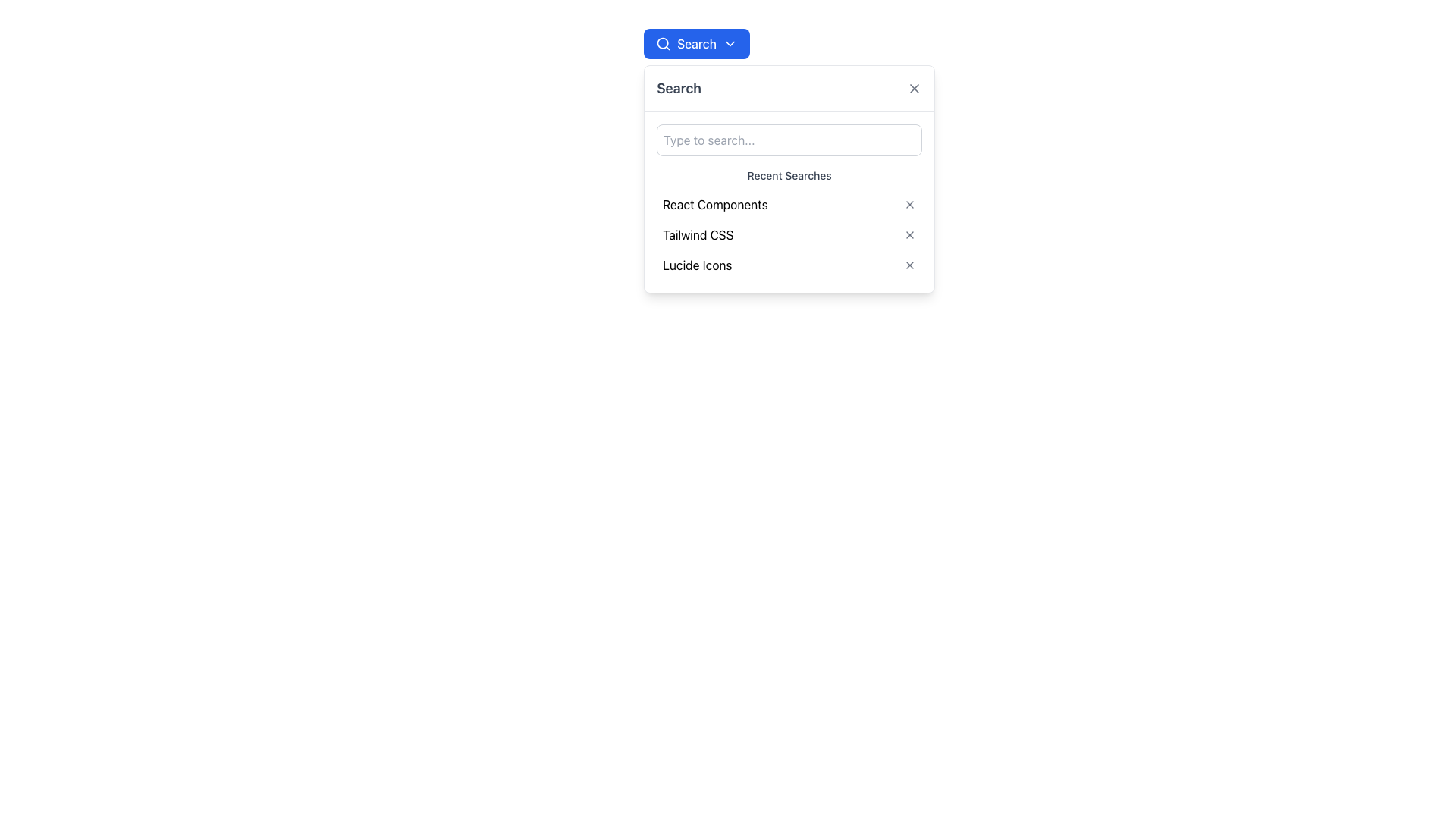 The image size is (1456, 819). I want to click on the second item in the 'Recent Searches' list, which is a clickable text label that provides access to a previously searched term or category, so click(697, 234).